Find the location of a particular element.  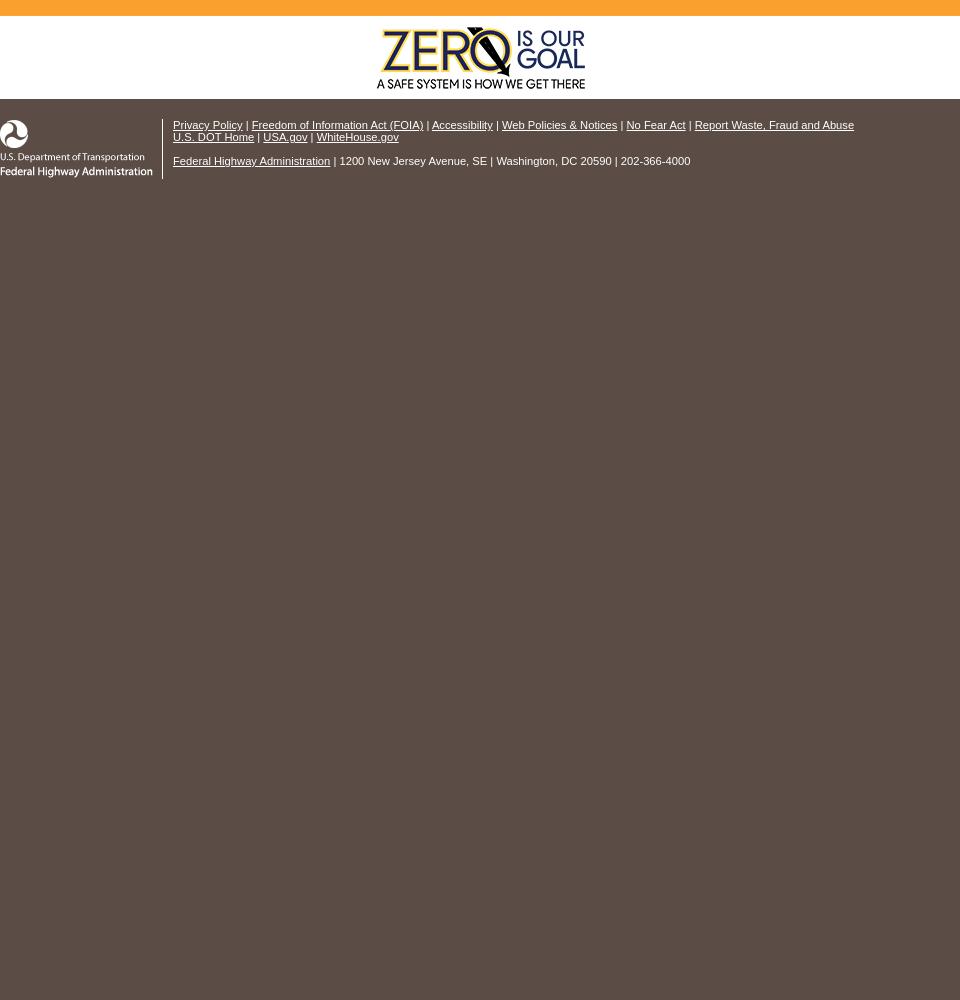

'Federal Highway Administration' is located at coordinates (171, 161).